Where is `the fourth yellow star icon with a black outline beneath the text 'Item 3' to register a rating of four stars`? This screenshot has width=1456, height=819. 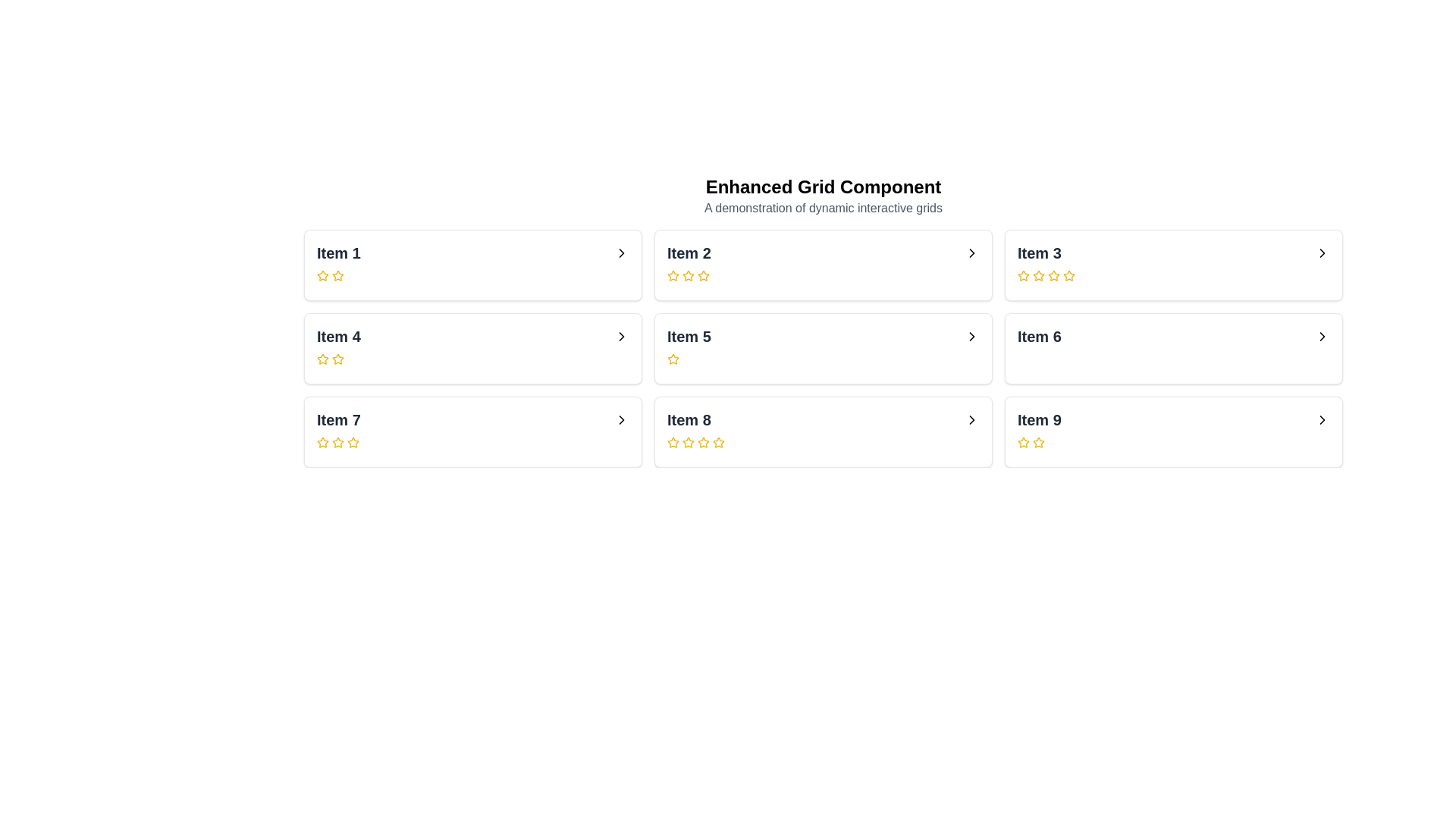
the fourth yellow star icon with a black outline beneath the text 'Item 3' to register a rating of four stars is located at coordinates (1053, 275).